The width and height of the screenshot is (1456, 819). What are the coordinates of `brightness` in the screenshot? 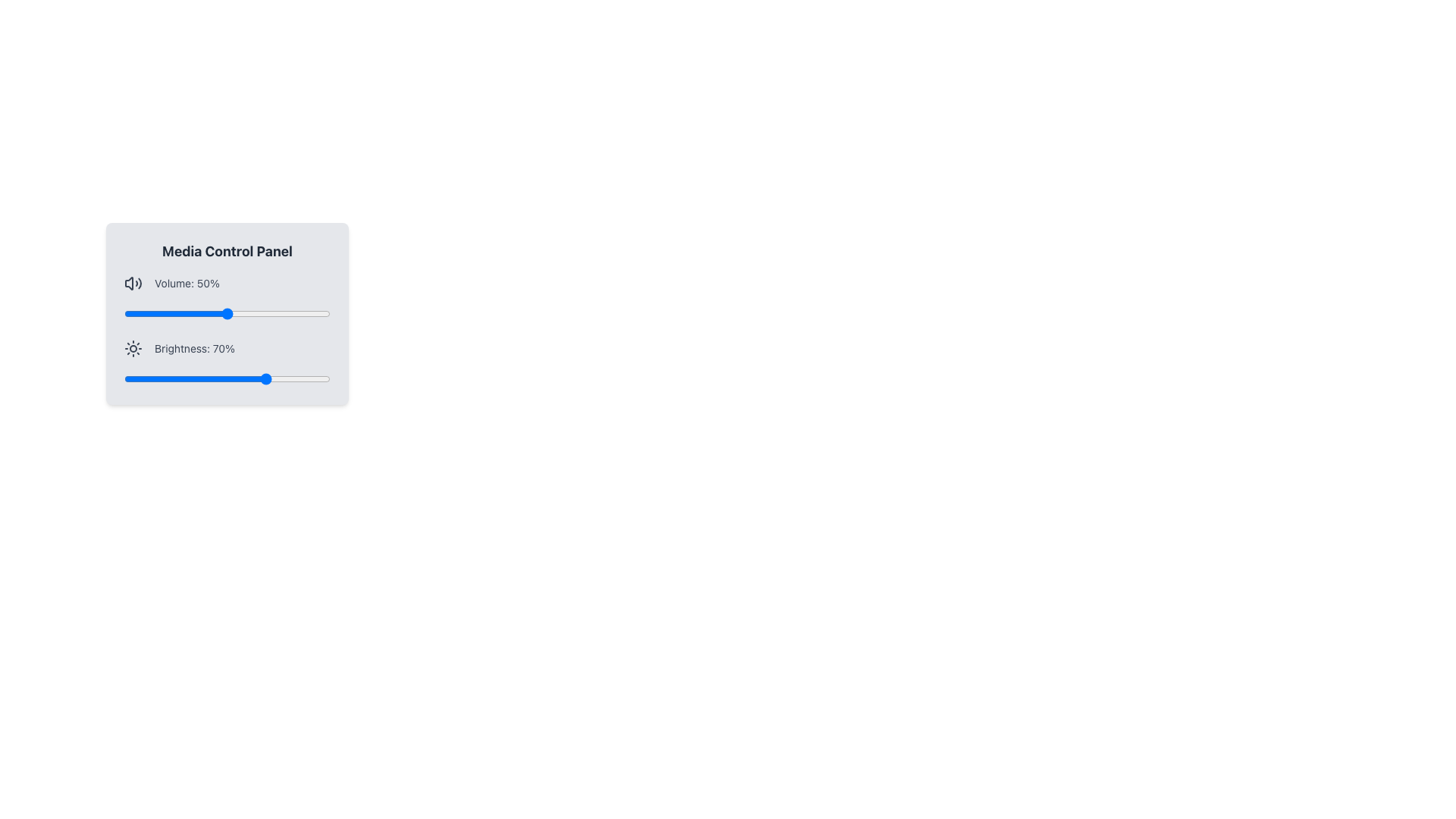 It's located at (323, 378).